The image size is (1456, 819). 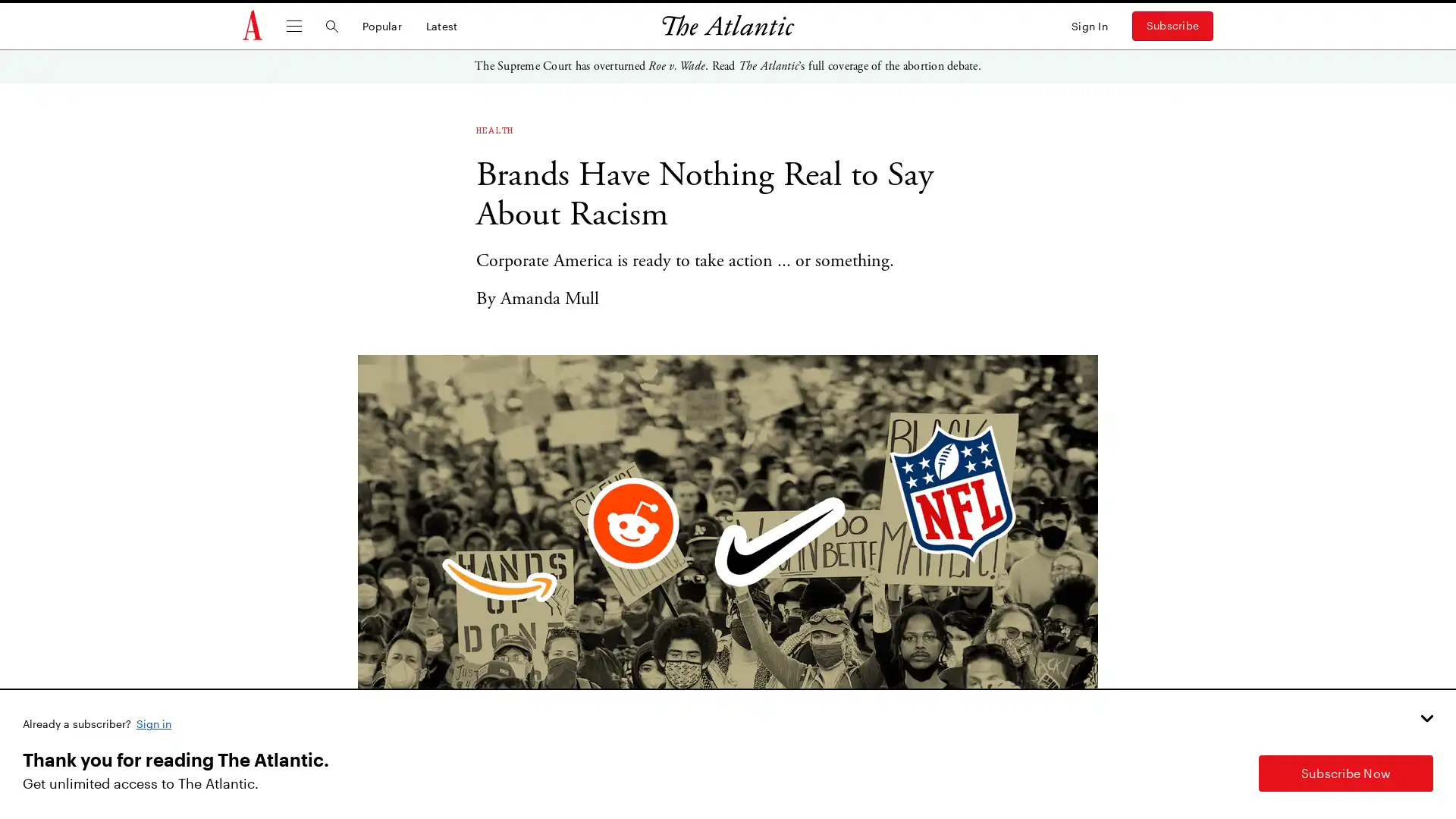 What do you see at coordinates (155, 722) in the screenshot?
I see `Sign in` at bounding box center [155, 722].